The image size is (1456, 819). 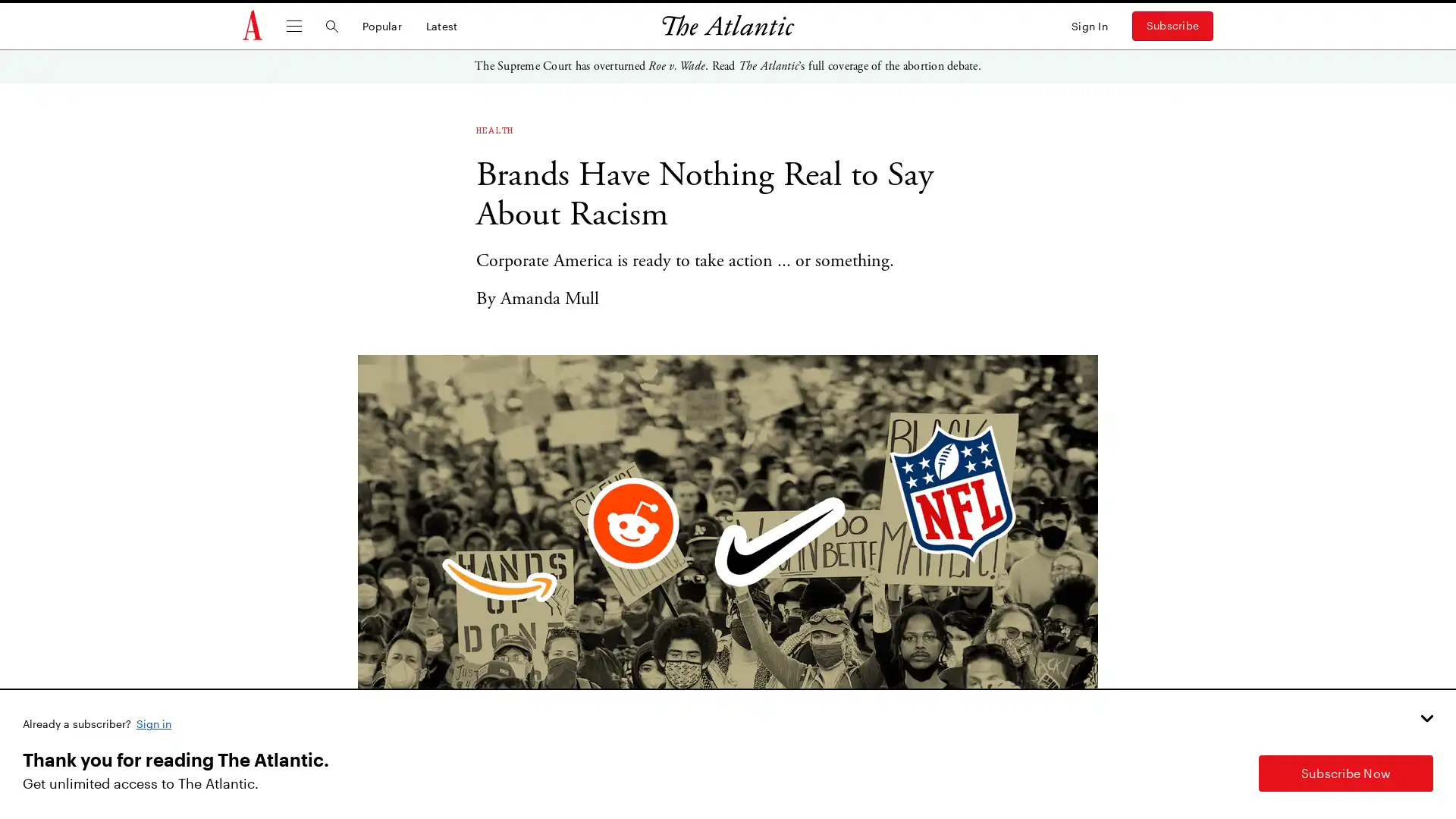 What do you see at coordinates (155, 722) in the screenshot?
I see `Sign in` at bounding box center [155, 722].